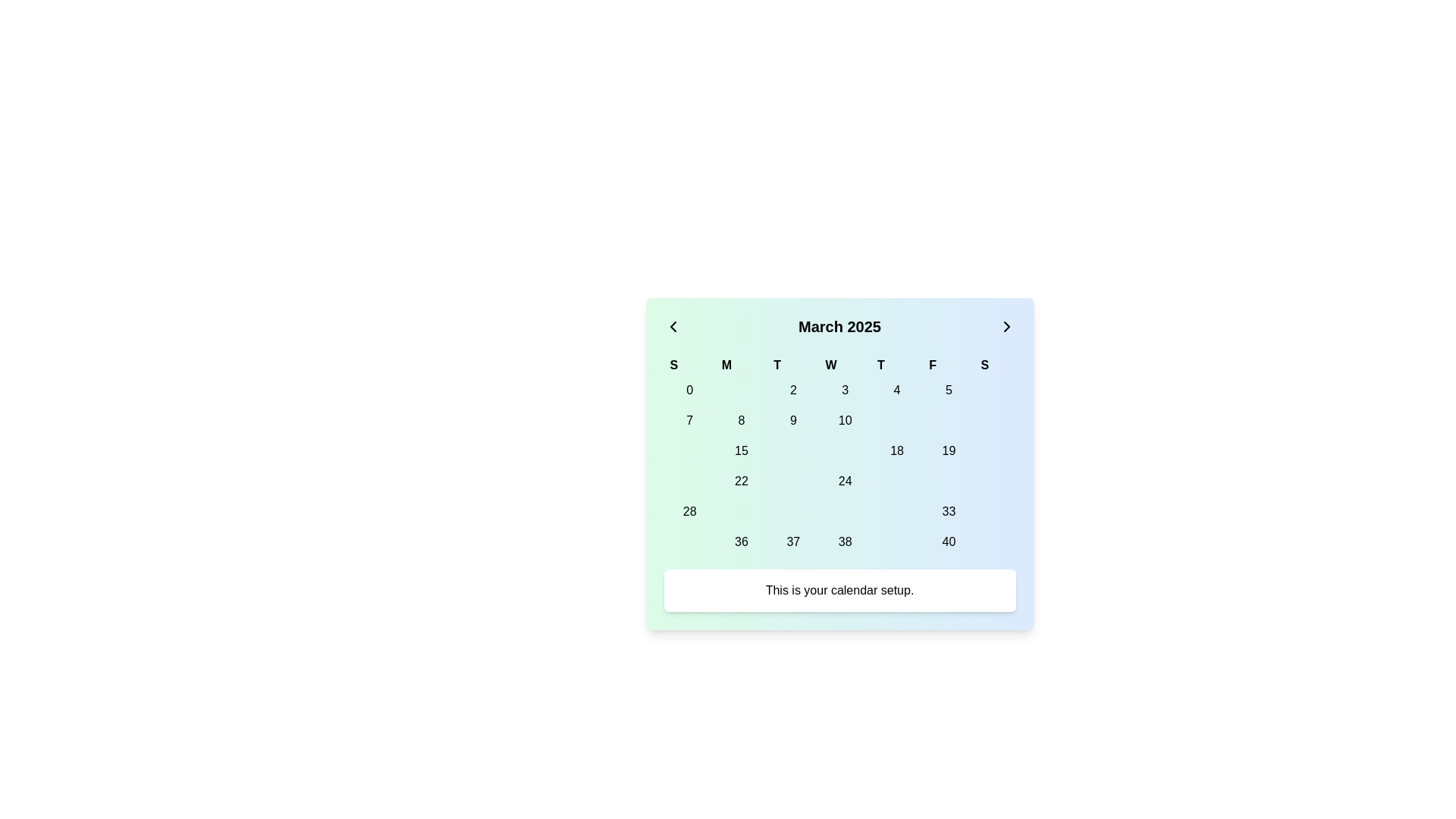 The width and height of the screenshot is (1456, 819). Describe the element at coordinates (897, 390) in the screenshot. I see `the numeric label displaying '4', which is styled in a sans-serif font and positioned under the 'T' column in the calendar layout` at that location.